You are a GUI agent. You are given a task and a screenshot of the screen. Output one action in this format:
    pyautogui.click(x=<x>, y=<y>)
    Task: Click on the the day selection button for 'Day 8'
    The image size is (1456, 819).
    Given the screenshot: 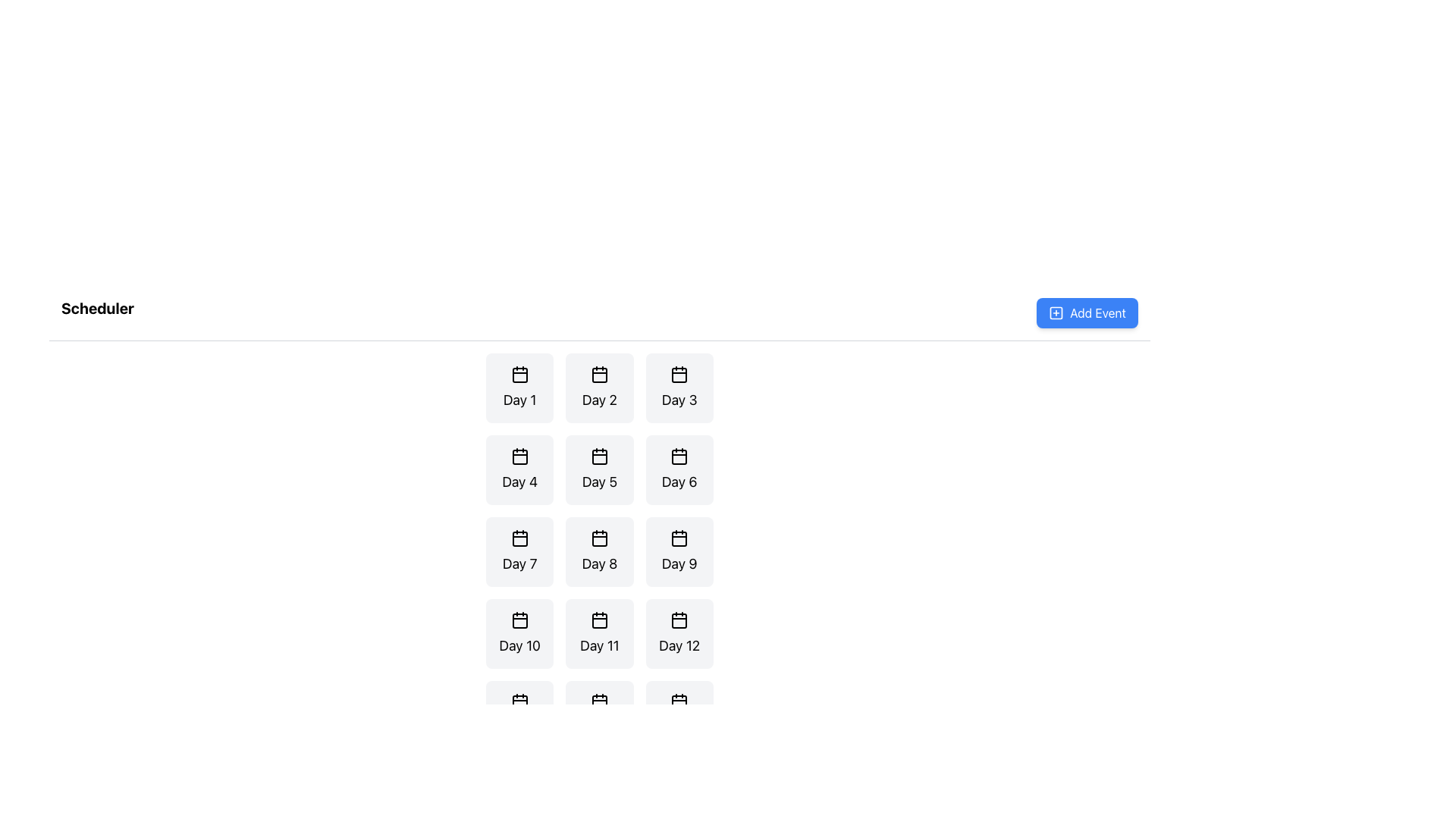 What is the action you would take?
    pyautogui.click(x=599, y=552)
    